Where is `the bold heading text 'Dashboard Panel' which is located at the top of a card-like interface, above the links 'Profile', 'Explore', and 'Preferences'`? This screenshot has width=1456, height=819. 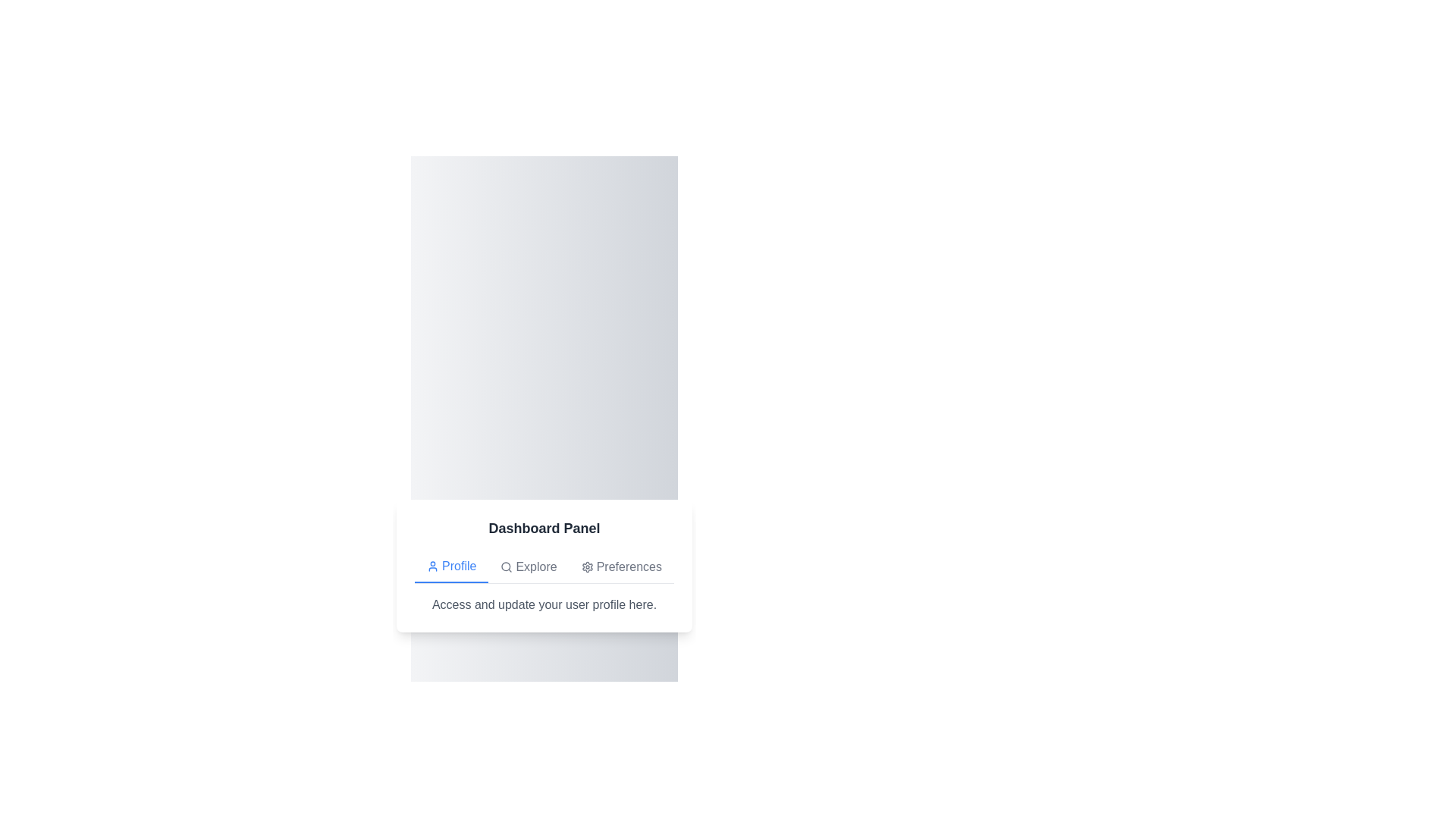
the bold heading text 'Dashboard Panel' which is located at the top of a card-like interface, above the links 'Profile', 'Explore', and 'Preferences' is located at coordinates (544, 527).